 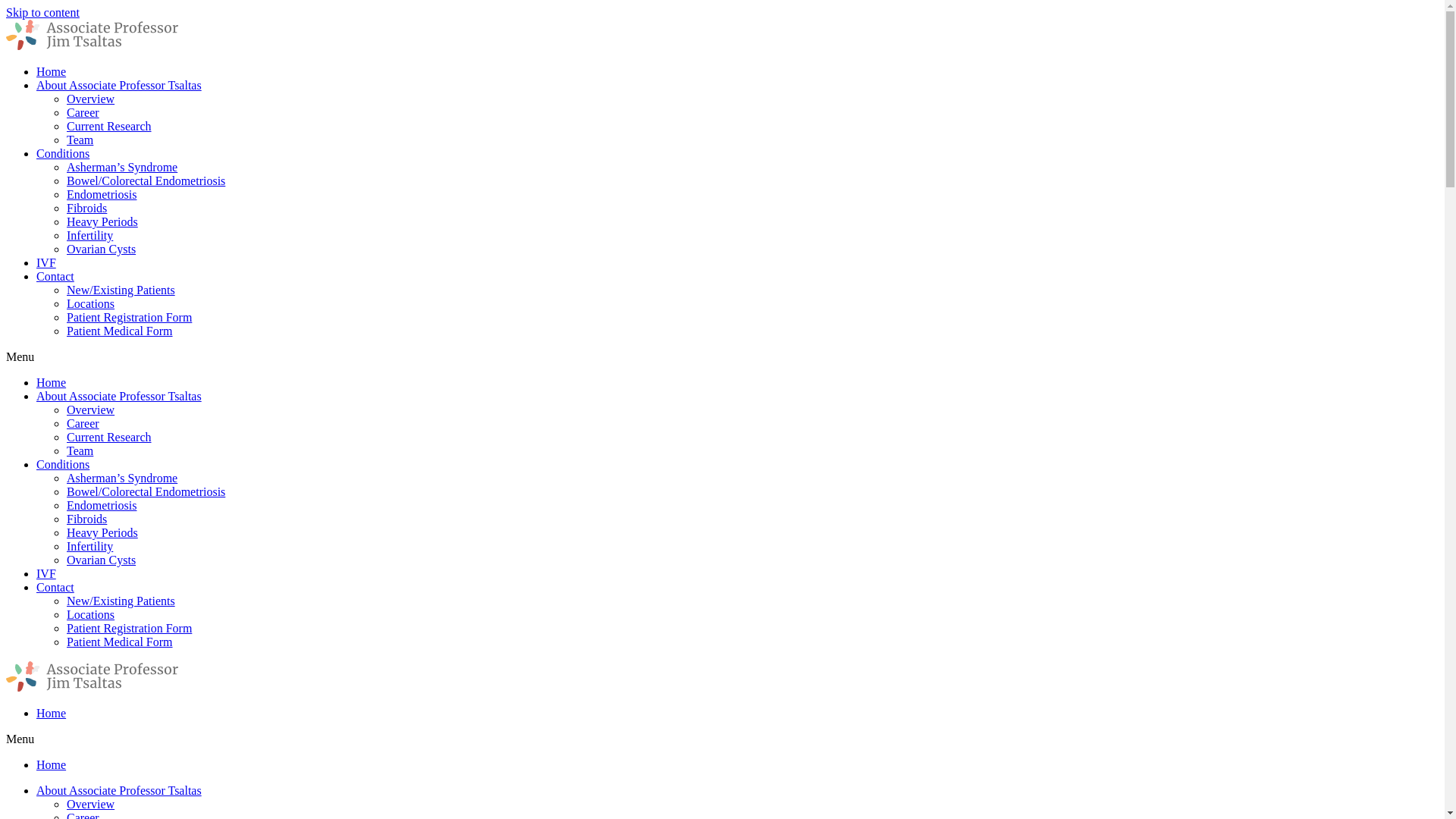 What do you see at coordinates (89, 99) in the screenshot?
I see `'Overview'` at bounding box center [89, 99].